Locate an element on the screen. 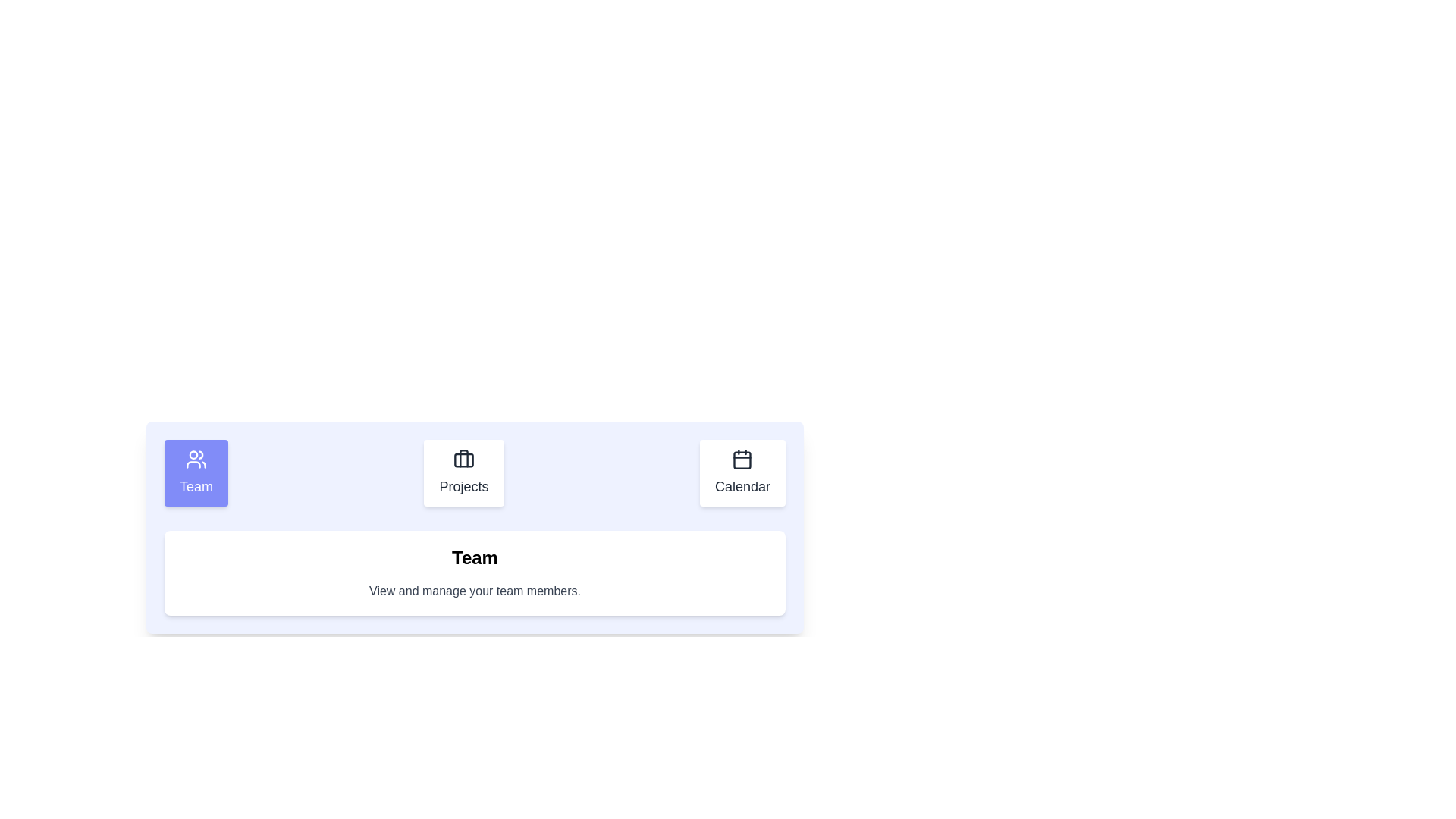  the Projects tab to switch to its view is located at coordinates (462, 472).